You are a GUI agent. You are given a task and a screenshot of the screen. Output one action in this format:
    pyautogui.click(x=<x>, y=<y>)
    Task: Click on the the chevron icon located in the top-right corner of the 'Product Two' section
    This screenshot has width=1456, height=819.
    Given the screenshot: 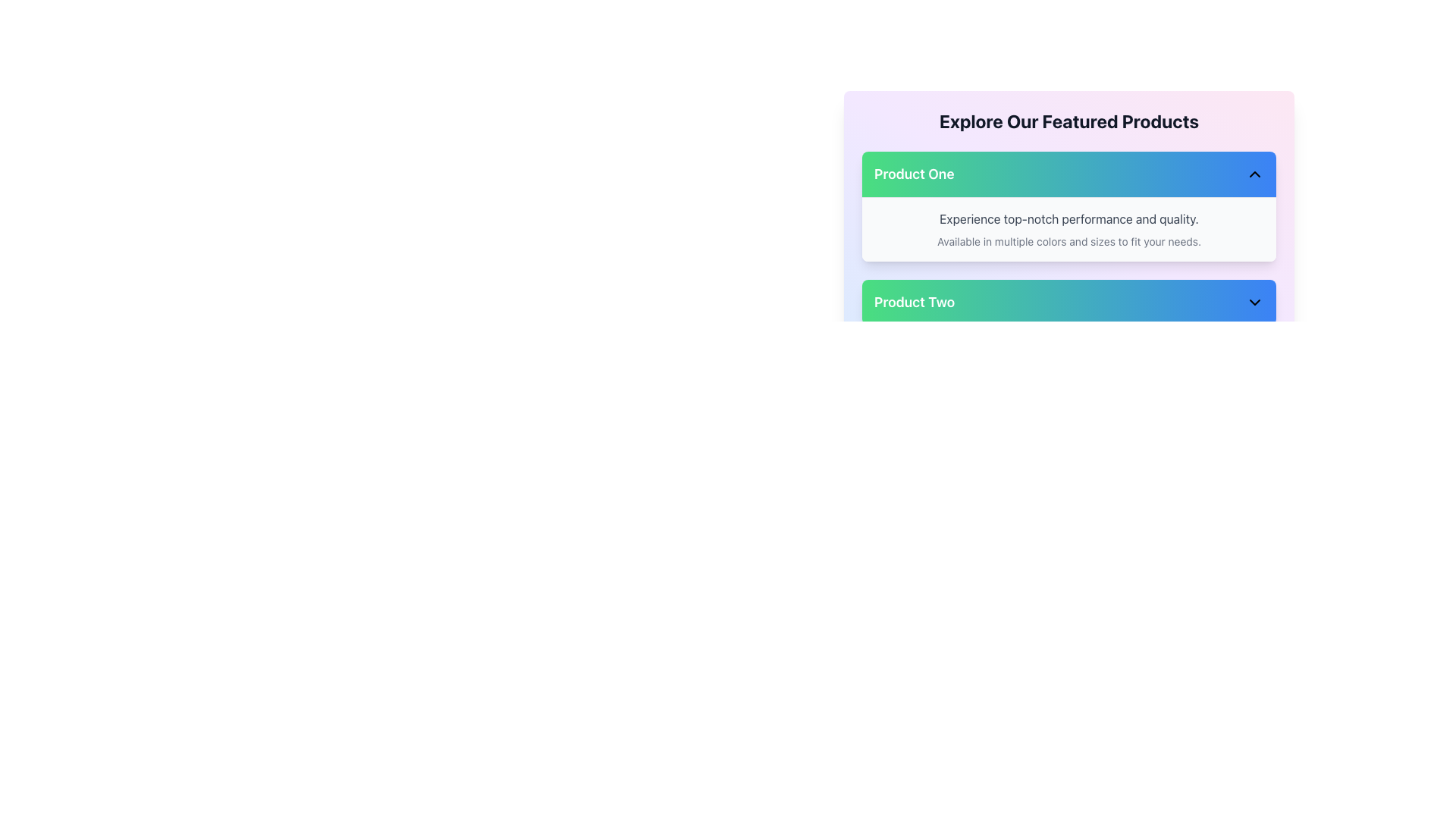 What is the action you would take?
    pyautogui.click(x=1255, y=302)
    